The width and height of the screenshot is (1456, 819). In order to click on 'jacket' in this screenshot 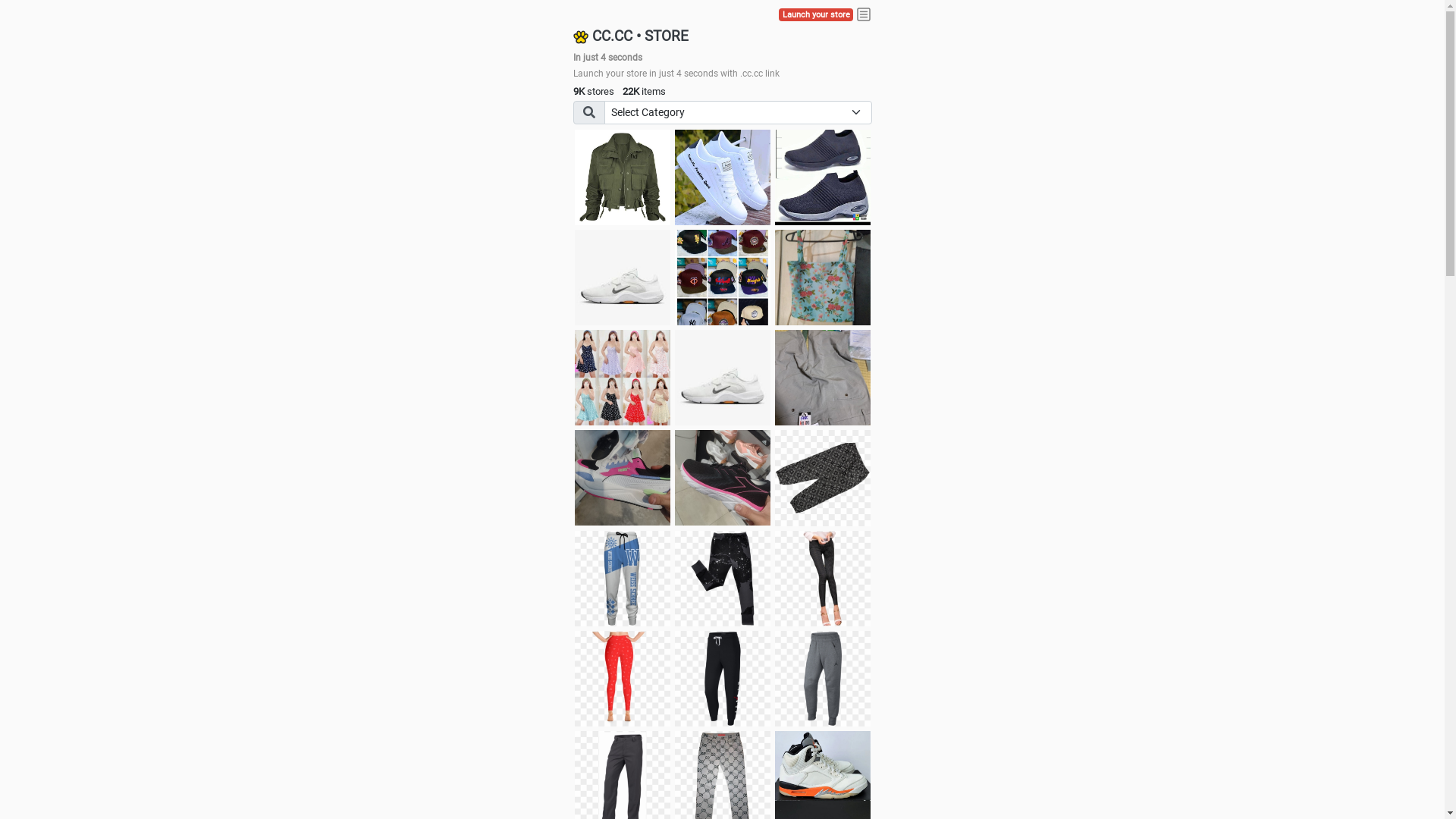, I will do `click(574, 177)`.